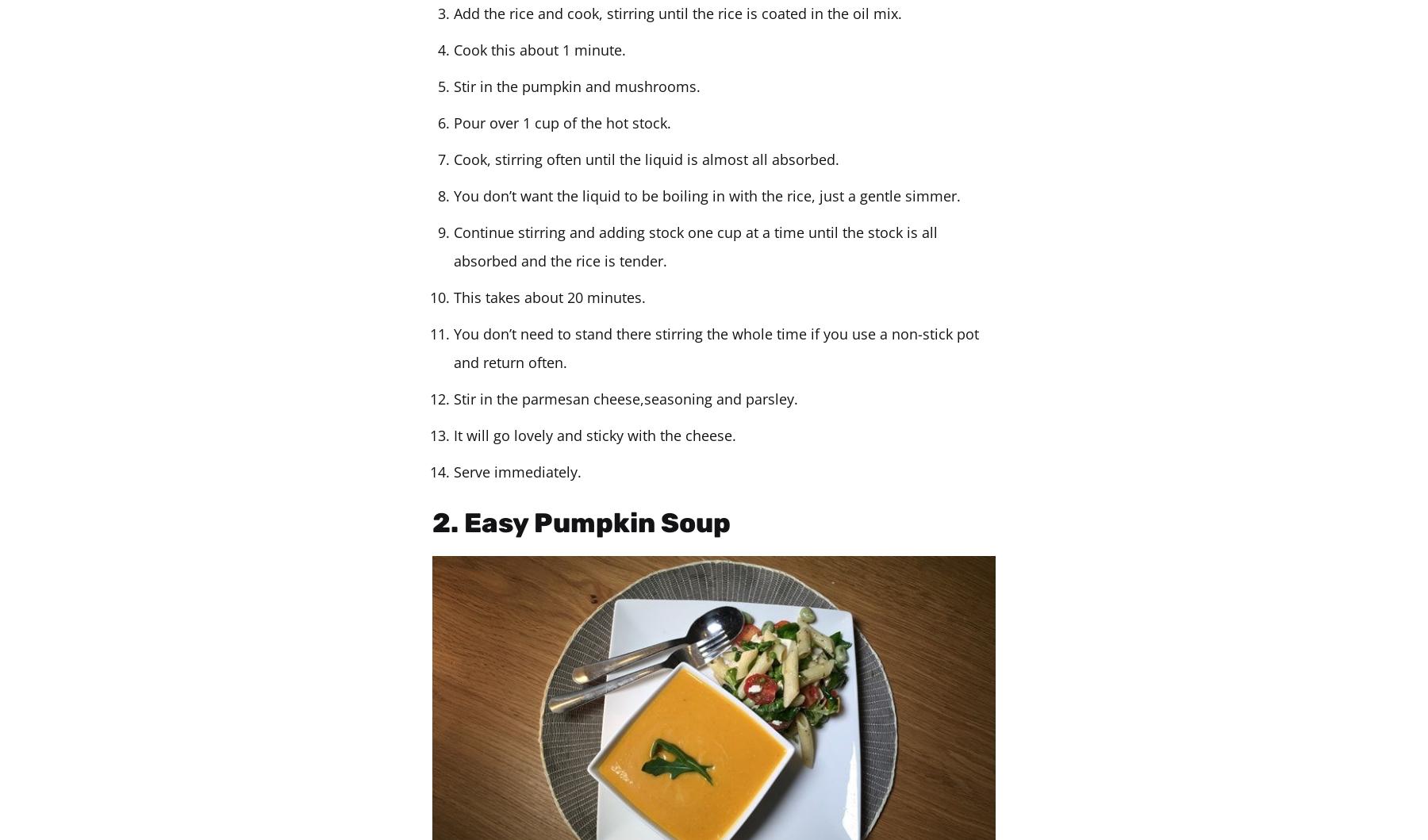 The image size is (1428, 840). Describe the element at coordinates (576, 85) in the screenshot. I see `'Stir in the pumpkin and mushrooms.'` at that location.